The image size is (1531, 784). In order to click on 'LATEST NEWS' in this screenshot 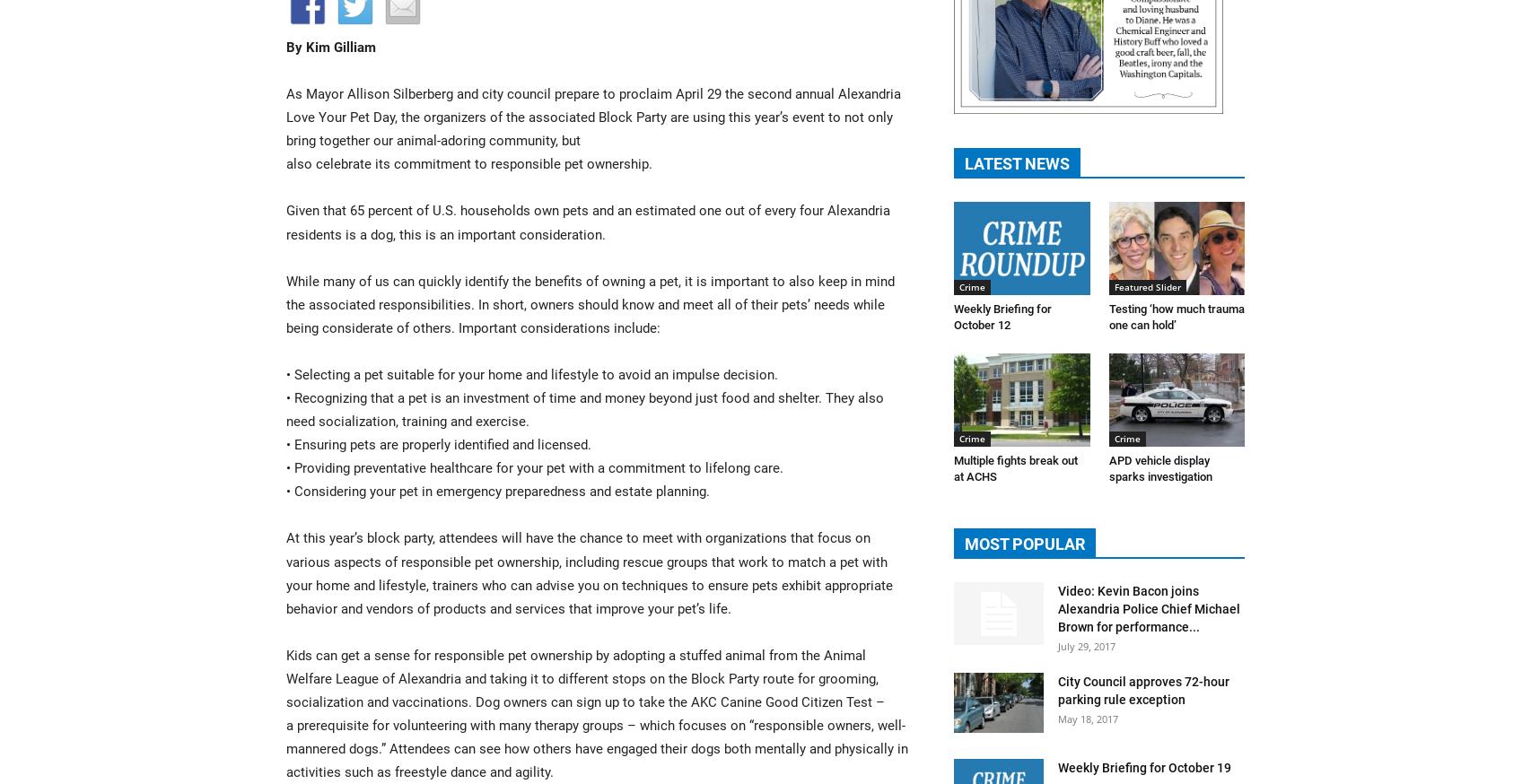, I will do `click(1017, 161)`.